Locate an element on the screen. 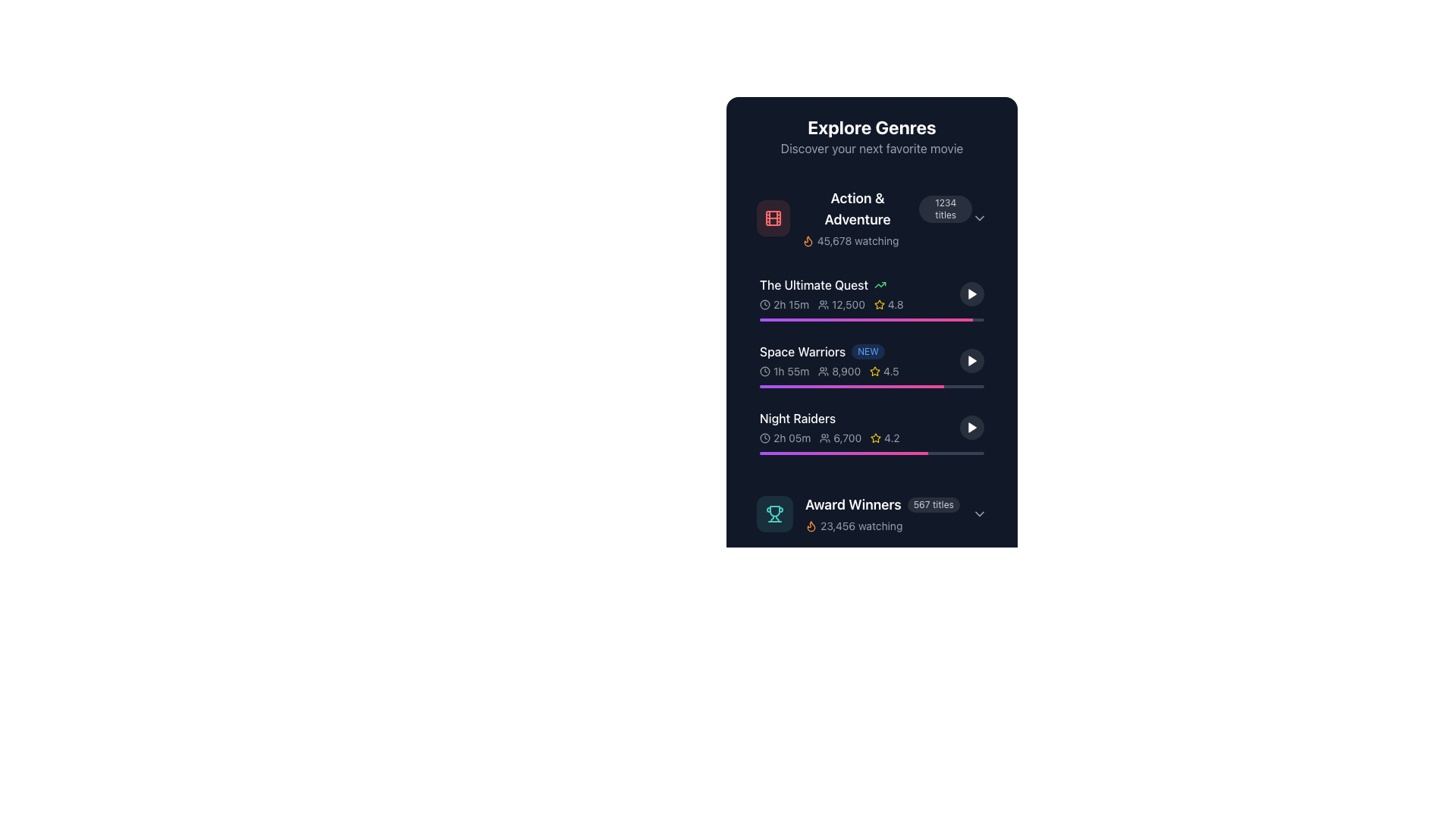 Image resolution: width=1456 pixels, height=819 pixels. the filled section of the Progress bar segment representing 82% completion under the 'Space Warriors' list entry is located at coordinates (852, 385).